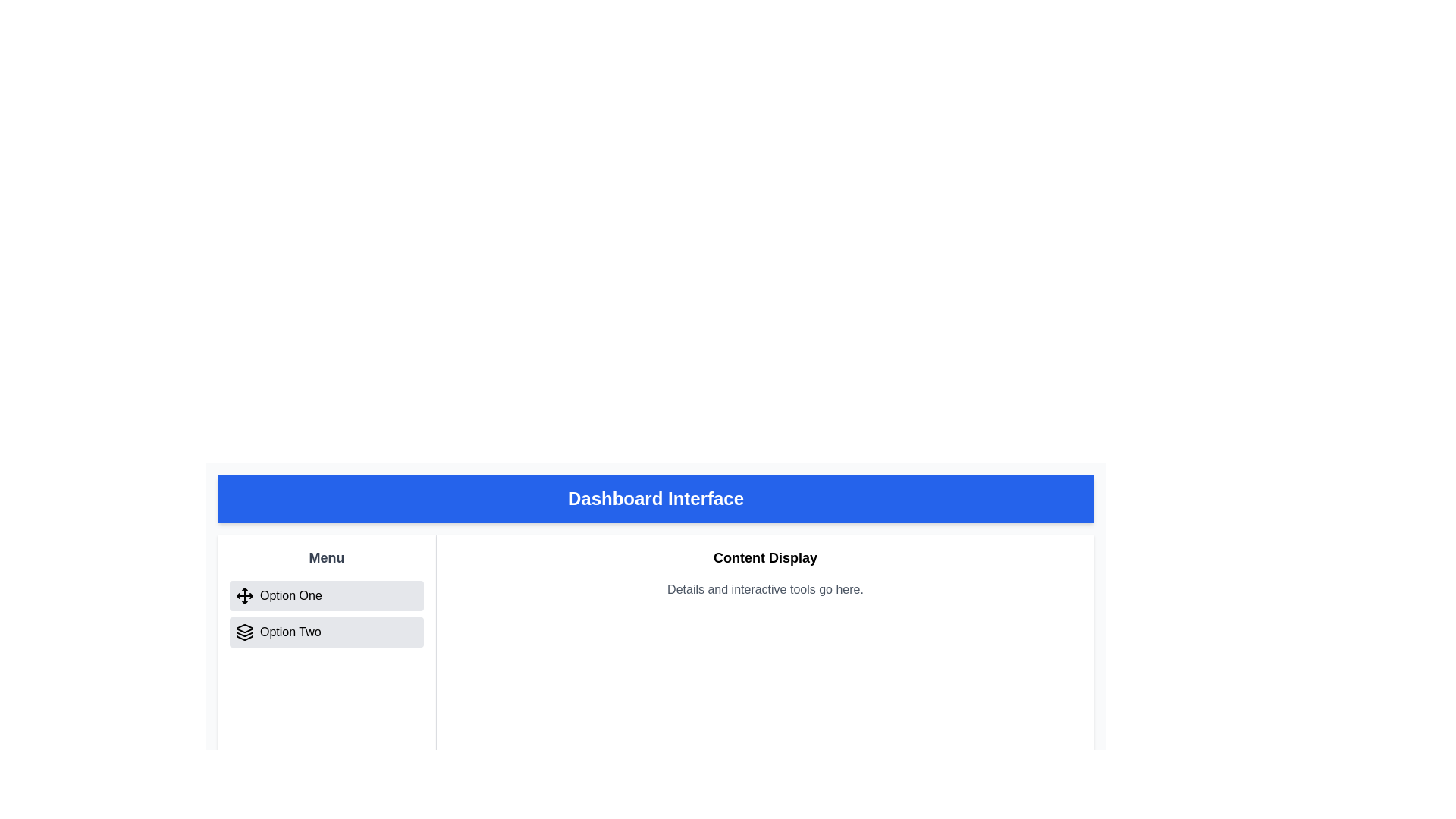  What do you see at coordinates (765, 558) in the screenshot?
I see `the static text label 'Content Display' which is prominently styled in bold and larger size, located centrally below the blue header bar on a white background` at bounding box center [765, 558].